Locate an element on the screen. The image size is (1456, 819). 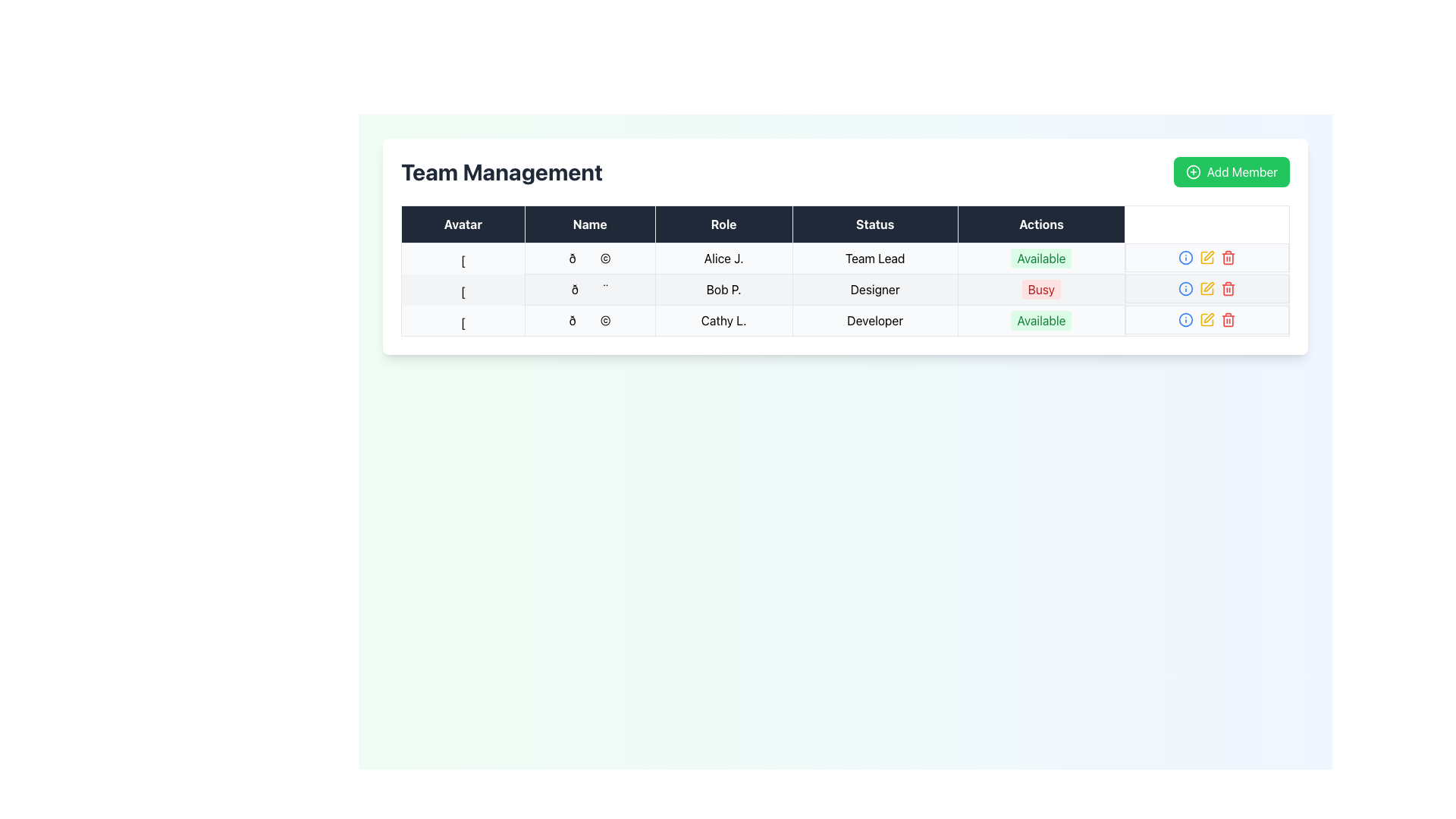
the status label indicating the availability of Cathy L. in the rightmost column of the last row of the table layout under the header 'Actions' is located at coordinates (1040, 320).